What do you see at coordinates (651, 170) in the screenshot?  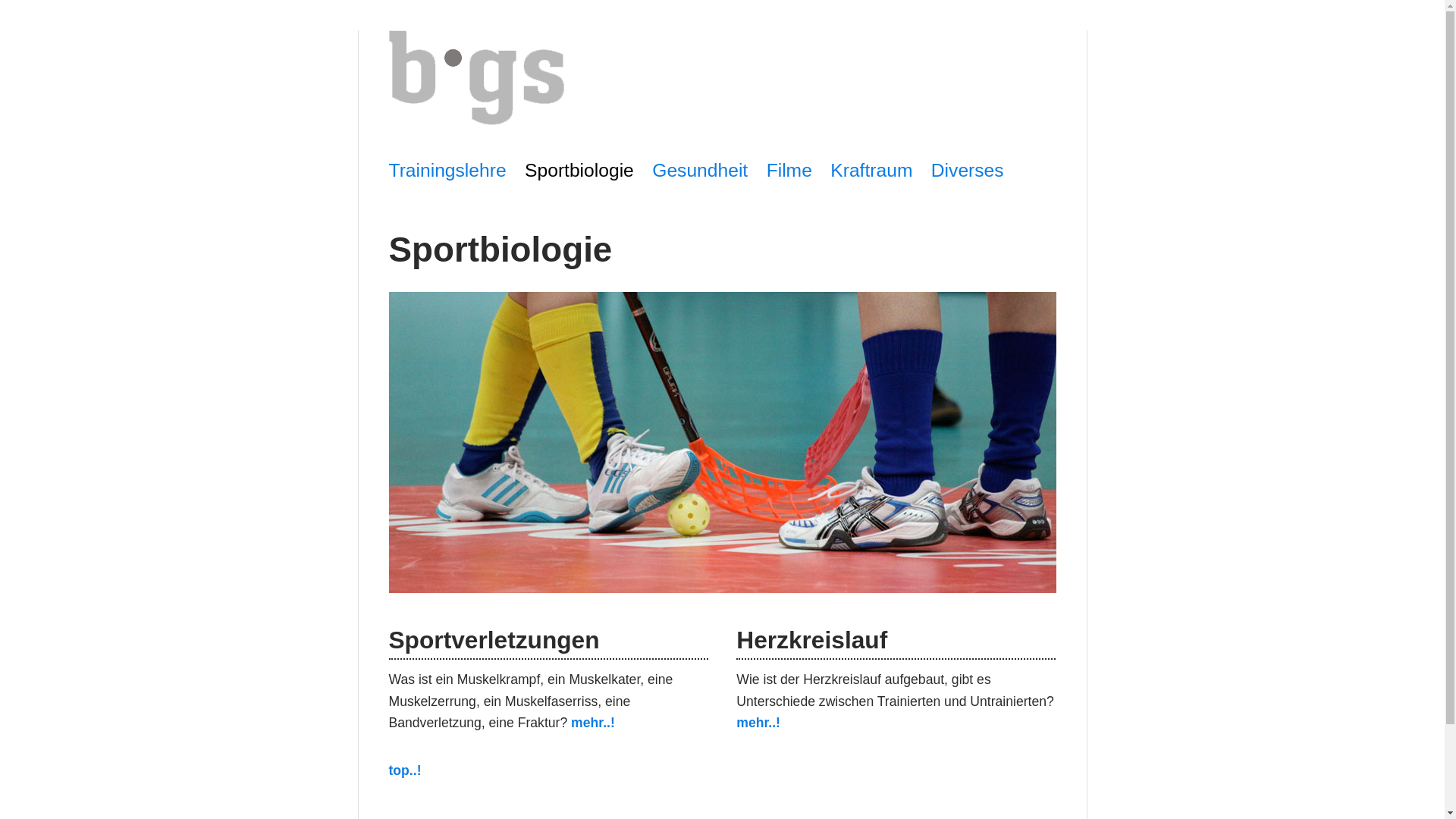 I see `'Gesundheit'` at bounding box center [651, 170].